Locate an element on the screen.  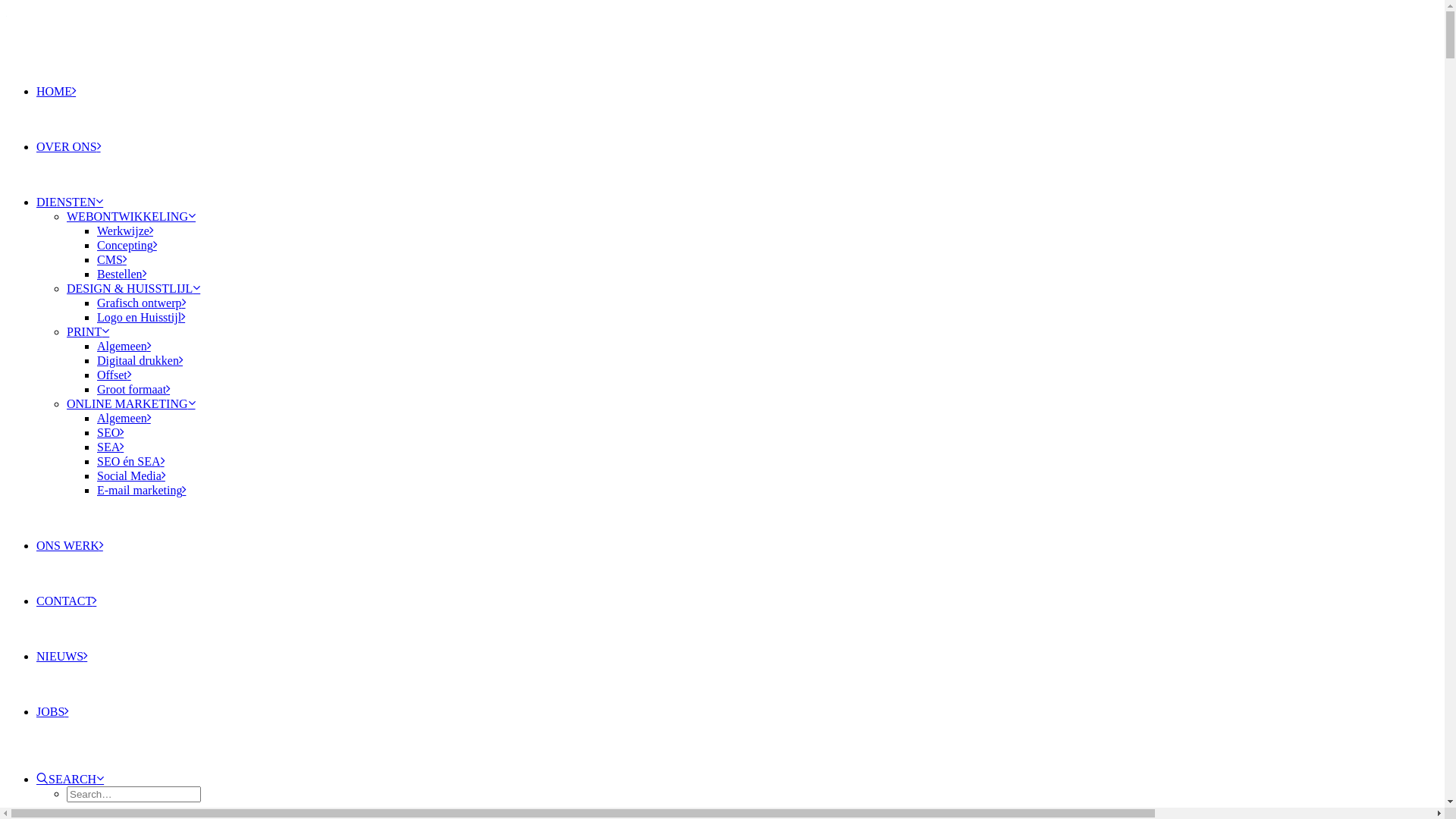
'Werkwijze' is located at coordinates (96, 231).